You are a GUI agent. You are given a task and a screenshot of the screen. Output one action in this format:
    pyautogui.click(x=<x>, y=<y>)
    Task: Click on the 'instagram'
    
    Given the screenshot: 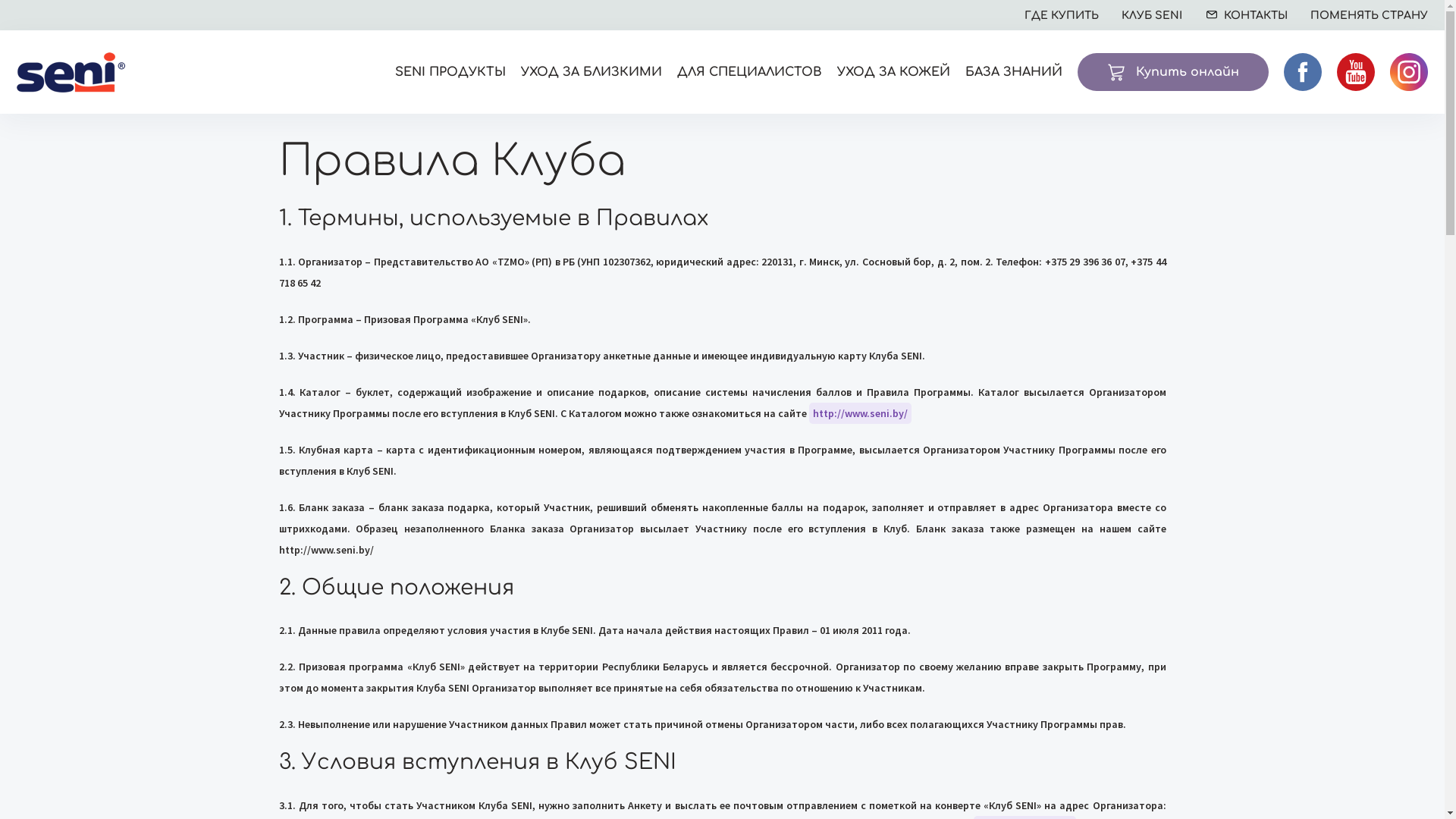 What is the action you would take?
    pyautogui.click(x=1390, y=72)
    